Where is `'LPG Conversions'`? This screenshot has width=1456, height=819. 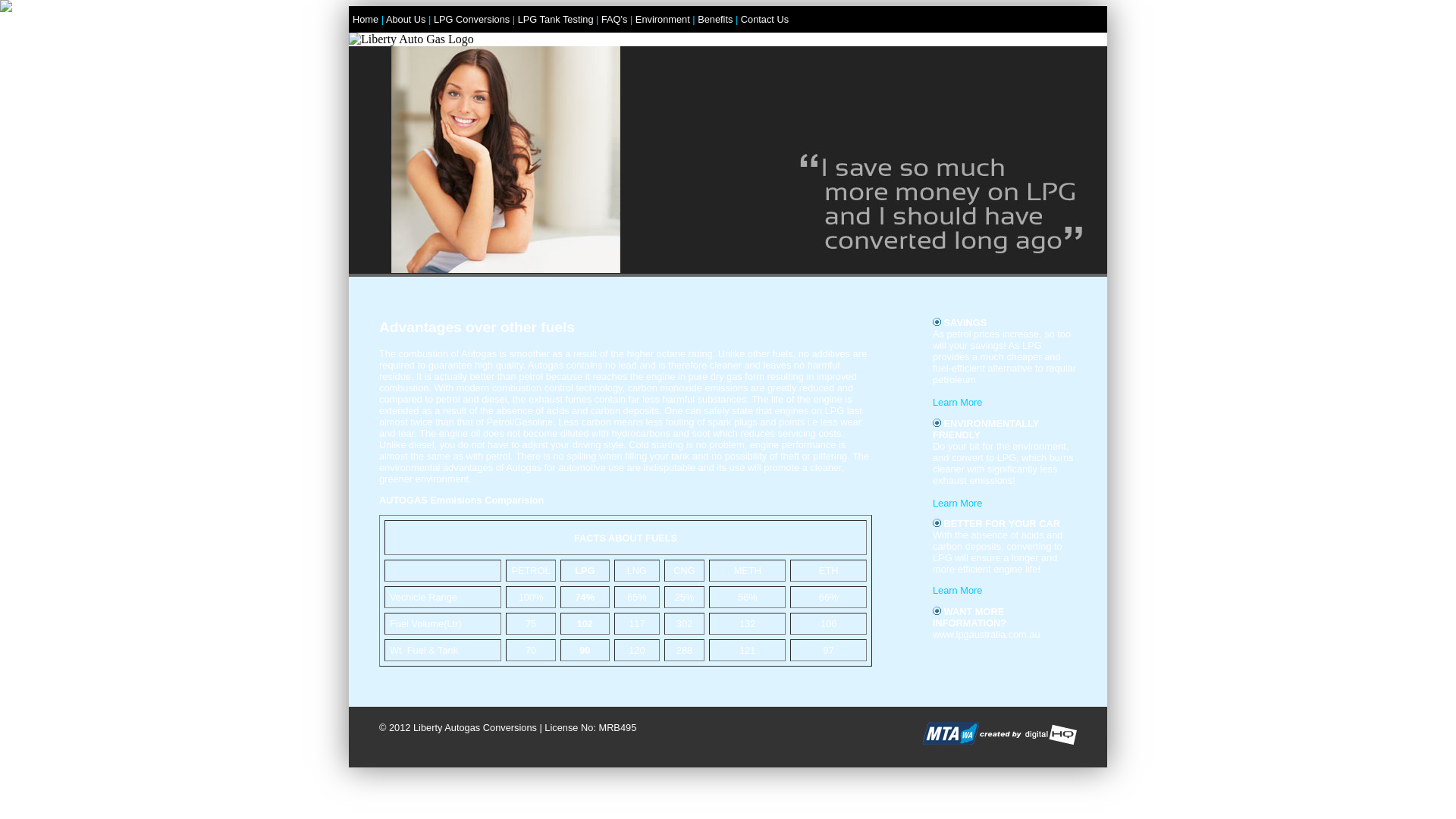
'LPG Conversions' is located at coordinates (471, 19).